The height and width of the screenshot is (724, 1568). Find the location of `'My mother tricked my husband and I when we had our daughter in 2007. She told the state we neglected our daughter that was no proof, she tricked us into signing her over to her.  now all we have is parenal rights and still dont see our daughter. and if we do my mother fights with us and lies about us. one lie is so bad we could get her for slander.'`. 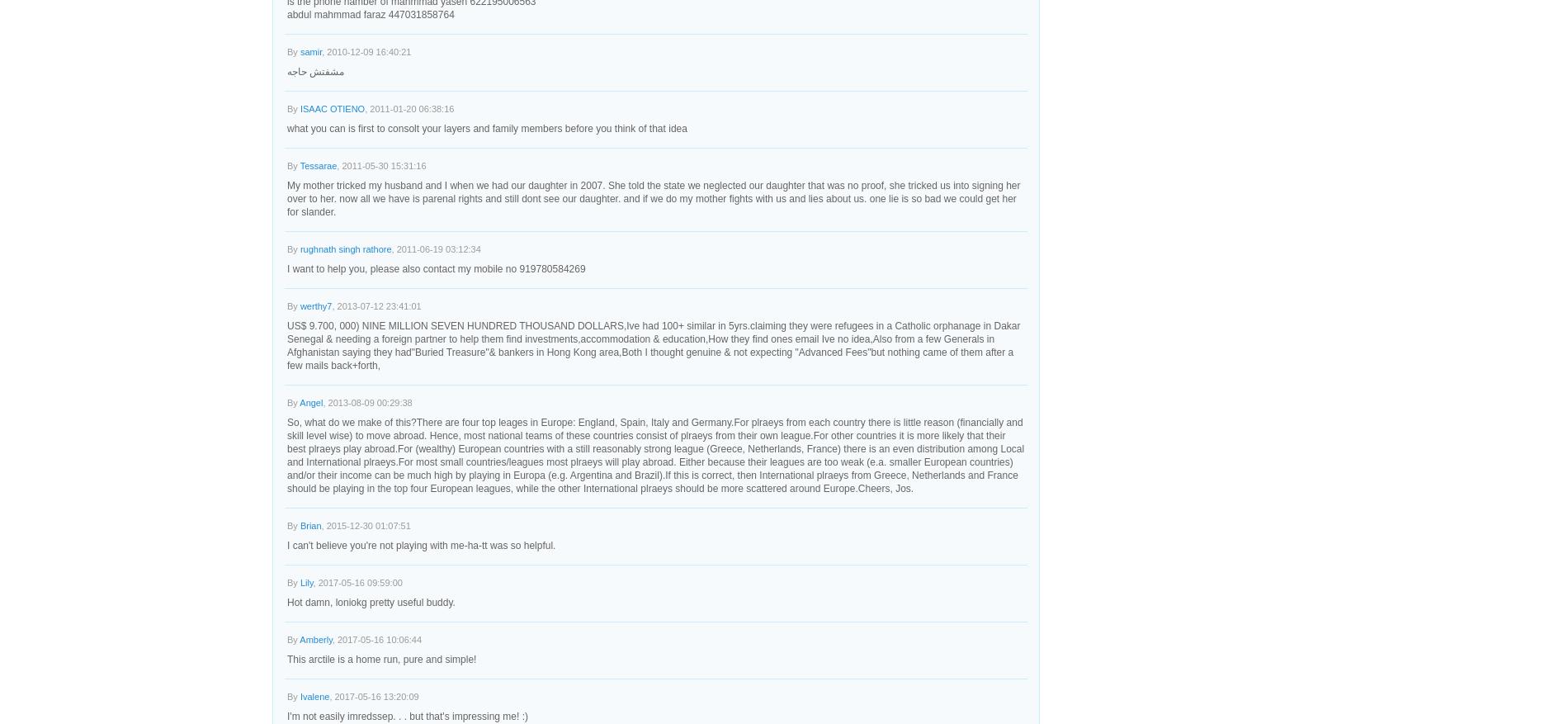

'My mother tricked my husband and I when we had our daughter in 2007. She told the state we neglected our daughter that was no proof, she tricked us into signing her over to her.  now all we have is parenal rights and still dont see our daughter. and if we do my mother fights with us and lies about us. one lie is so bad we could get her for slander.' is located at coordinates (652, 197).